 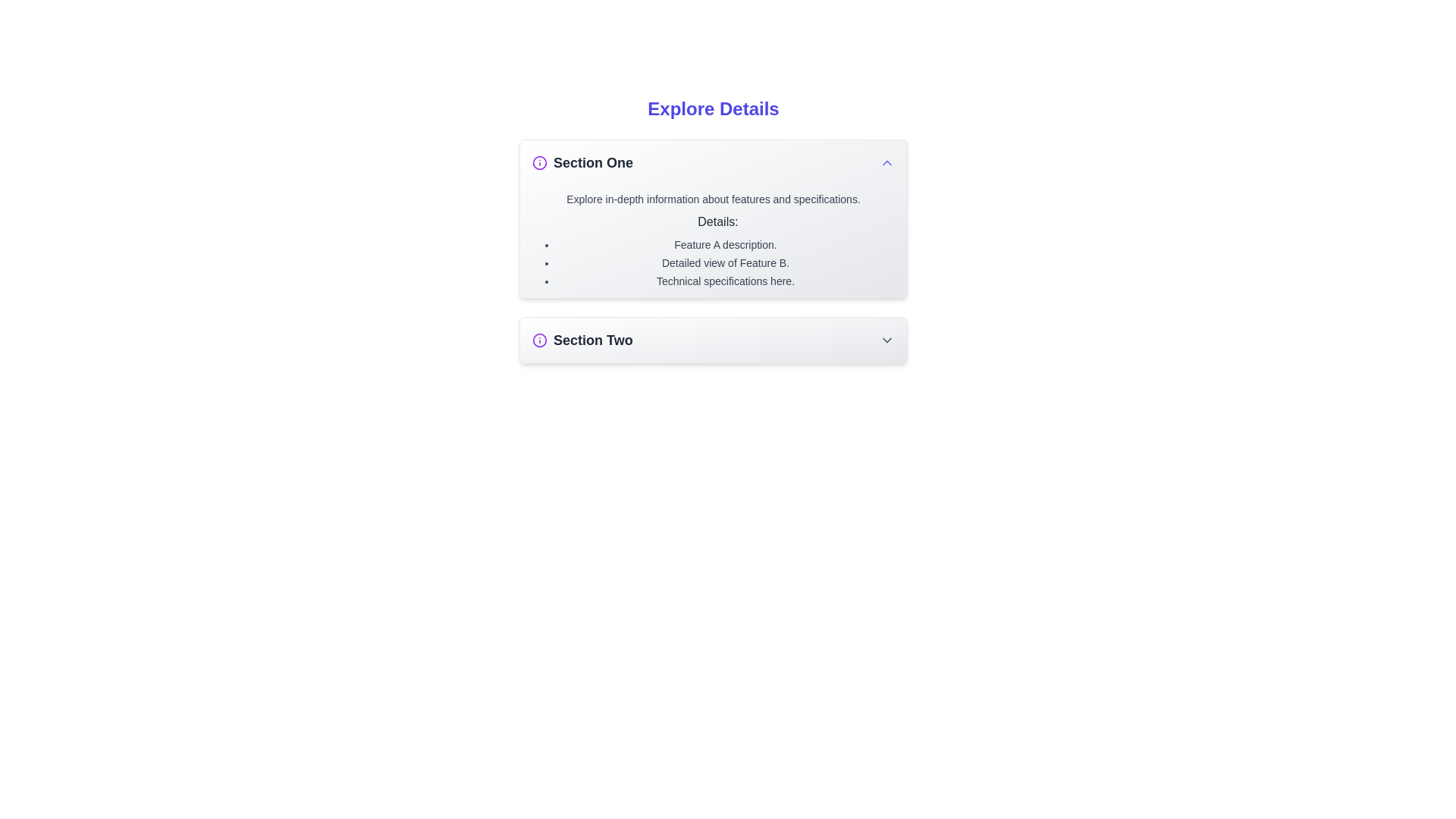 I want to click on the text item stating 'Detailed view of Feature B.' which is the second item in a bulleted list within the 'Section One' details panel, so click(x=724, y=263).